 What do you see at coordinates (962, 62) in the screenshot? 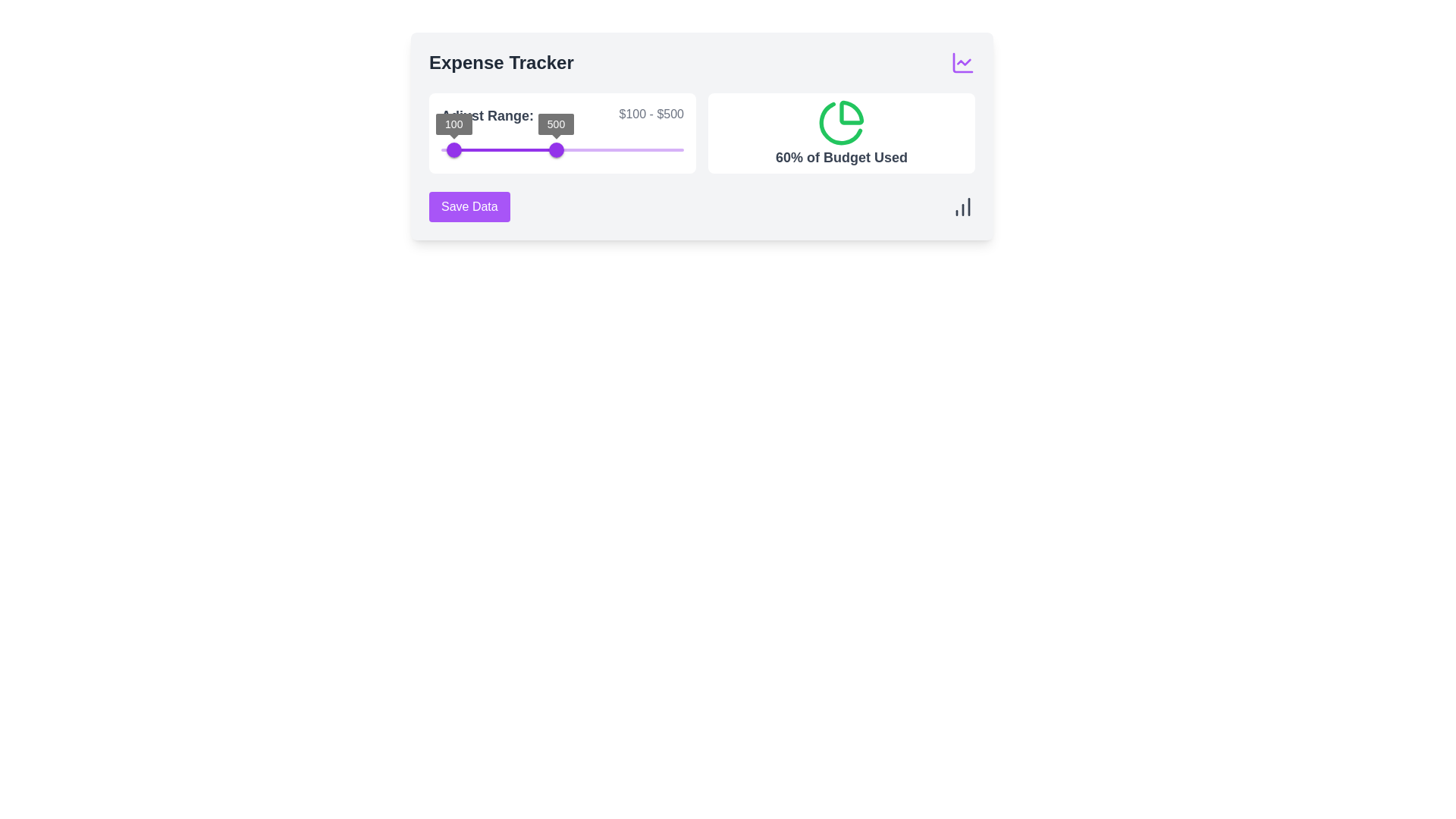
I see `the icon in the top right corner of the 'Expense Tracker' section, which likely serves as a visual representation of data or analytics` at bounding box center [962, 62].